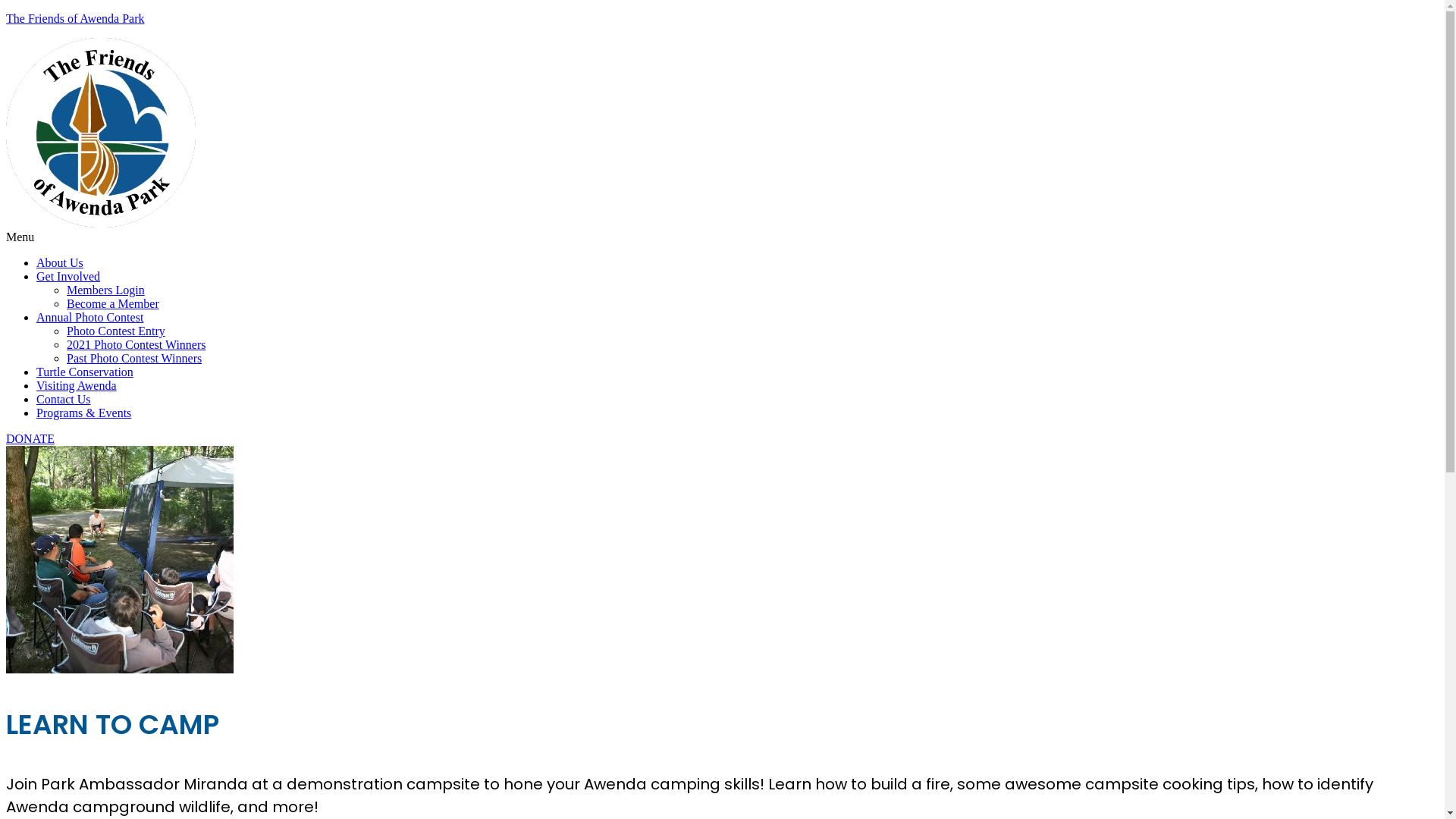 This screenshot has width=1456, height=819. What do you see at coordinates (74, 18) in the screenshot?
I see `'The Friends of Awenda Park'` at bounding box center [74, 18].